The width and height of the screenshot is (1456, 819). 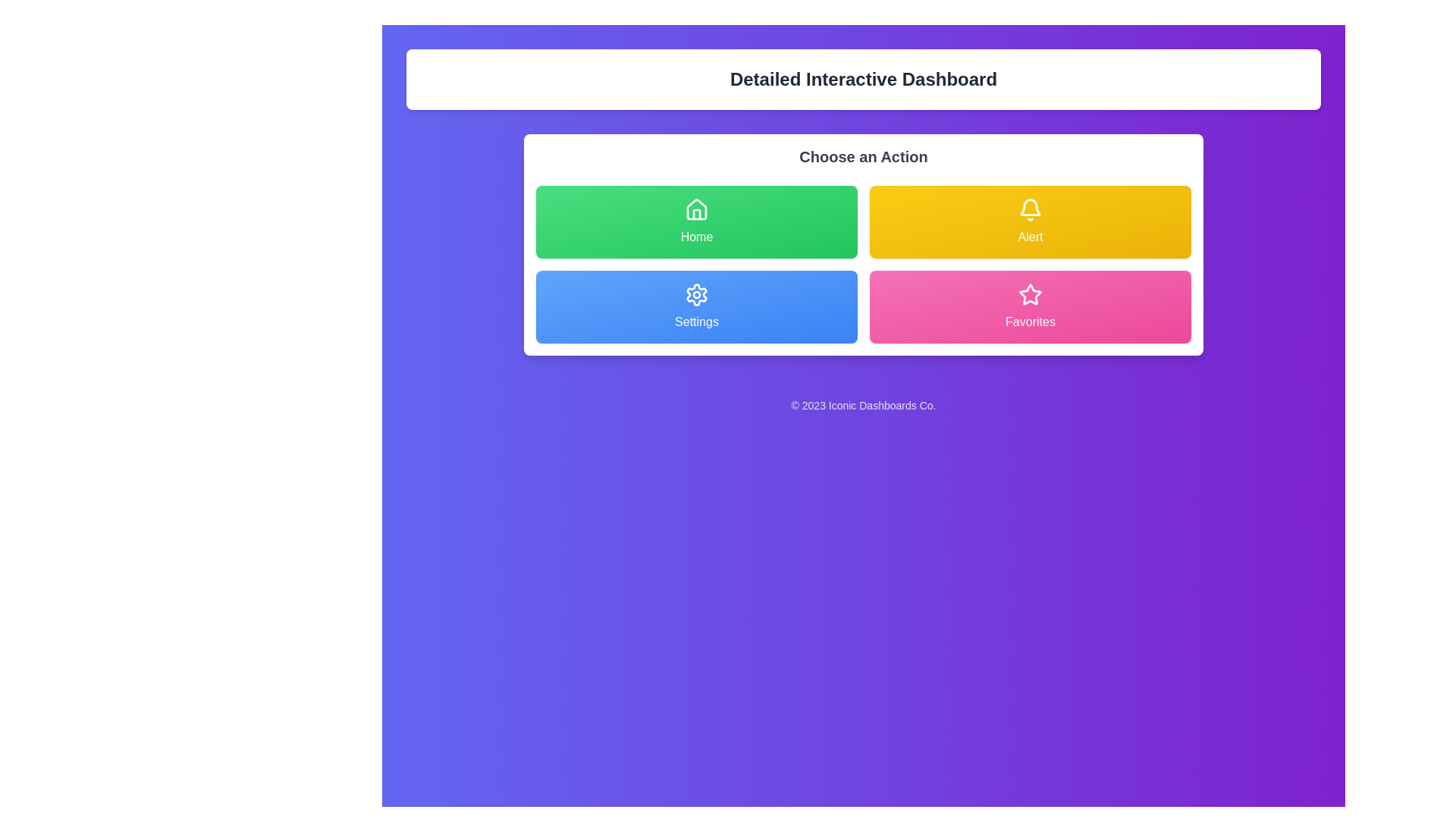 What do you see at coordinates (695, 321) in the screenshot?
I see `text displayed on the 'Settings' text label, which is styled in white on a blue background and is located at the bottom of the 'Settings' card in the bottom-left area of the grid` at bounding box center [695, 321].